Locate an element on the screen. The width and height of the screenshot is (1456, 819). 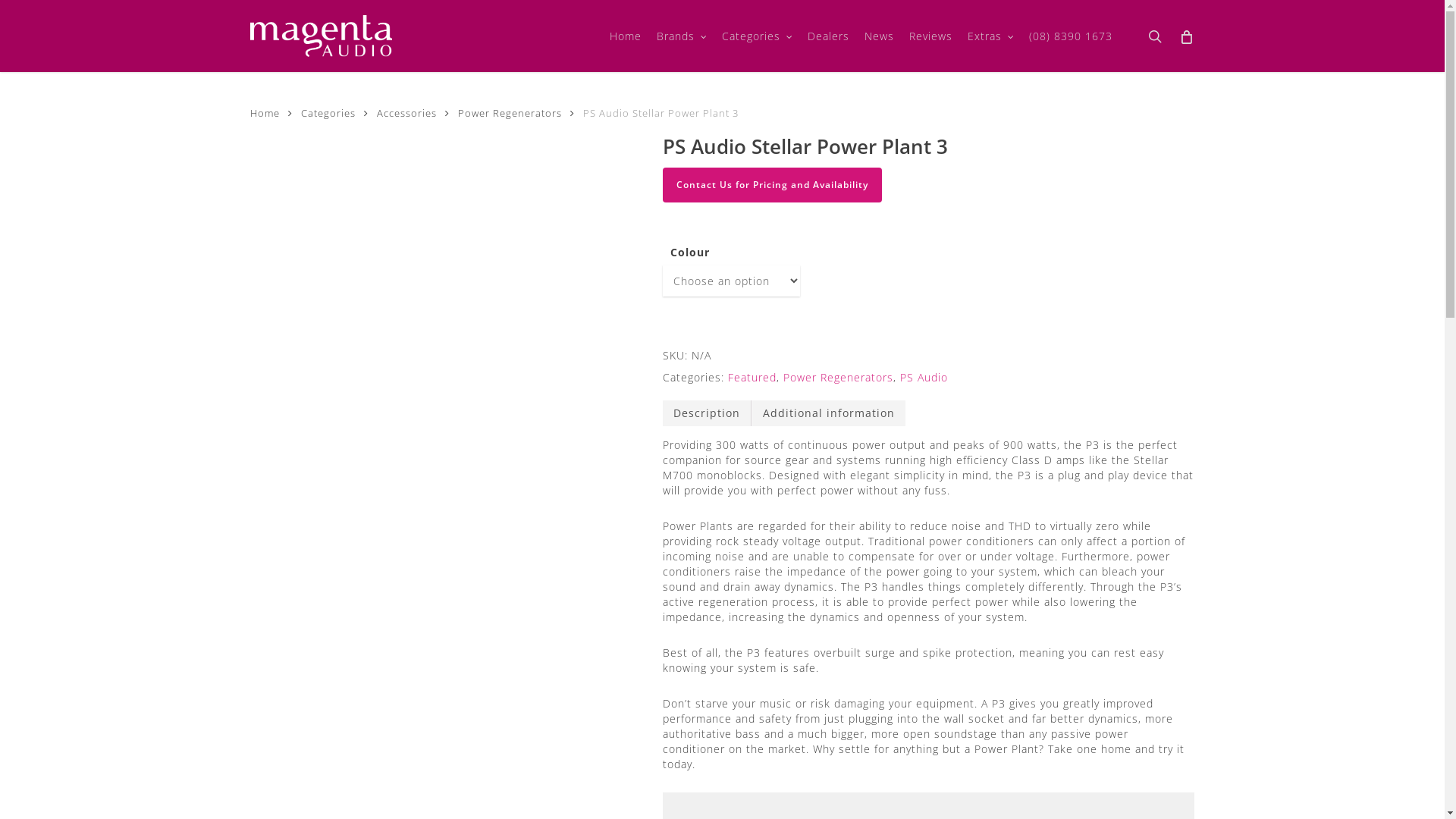
'Brands' is located at coordinates (680, 35).